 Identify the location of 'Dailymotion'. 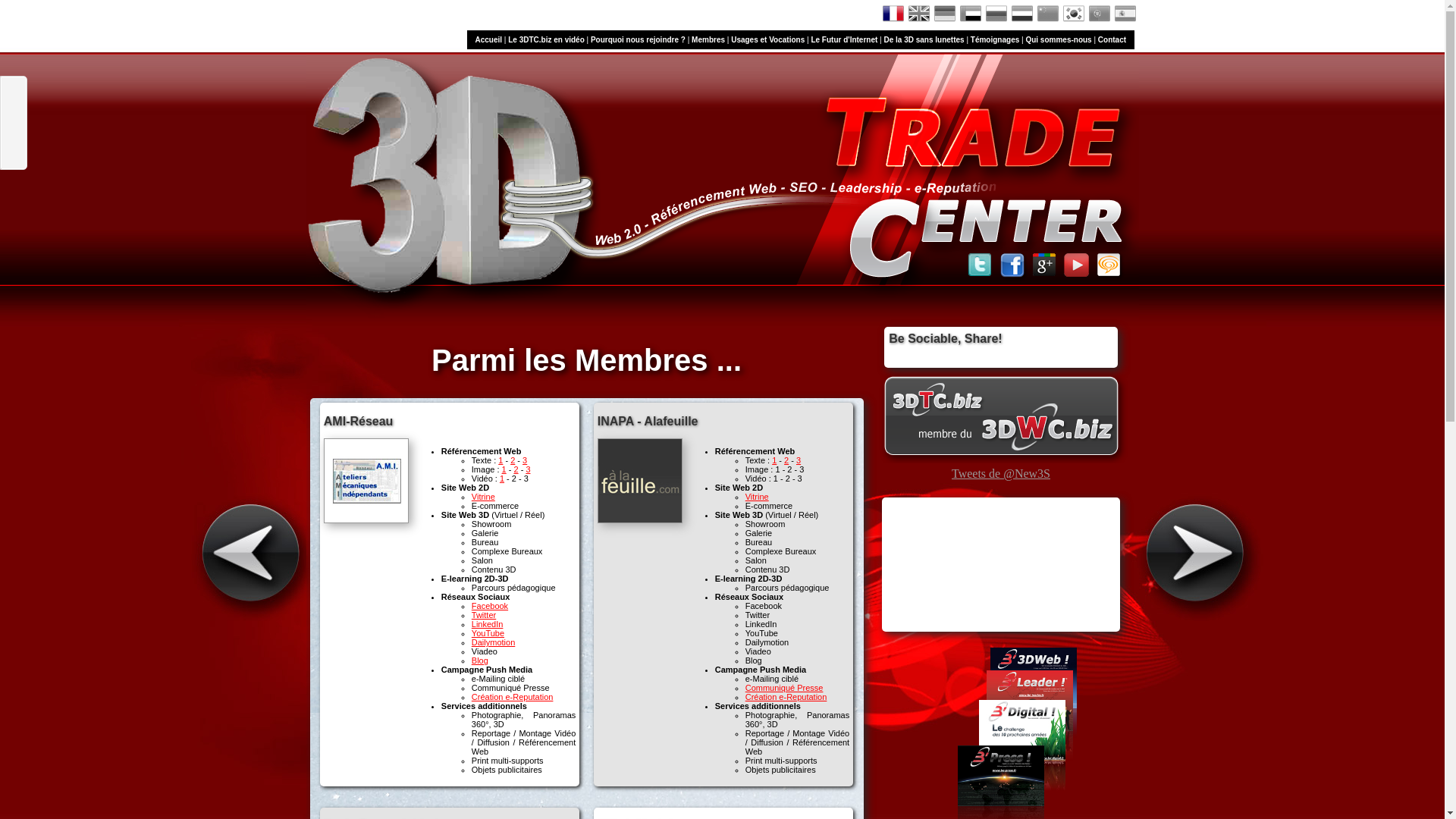
(493, 642).